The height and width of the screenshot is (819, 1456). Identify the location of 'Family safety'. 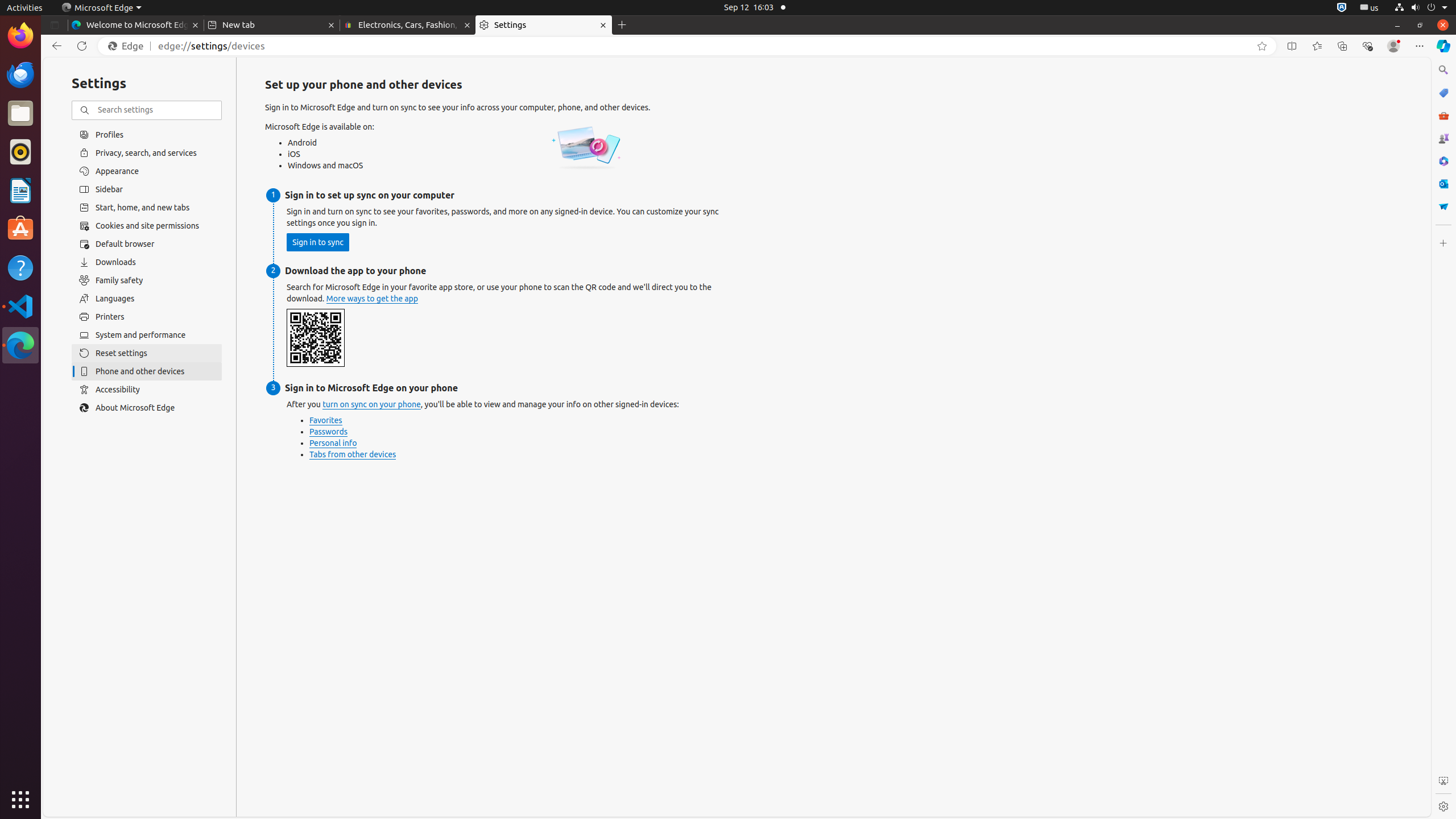
(146, 280).